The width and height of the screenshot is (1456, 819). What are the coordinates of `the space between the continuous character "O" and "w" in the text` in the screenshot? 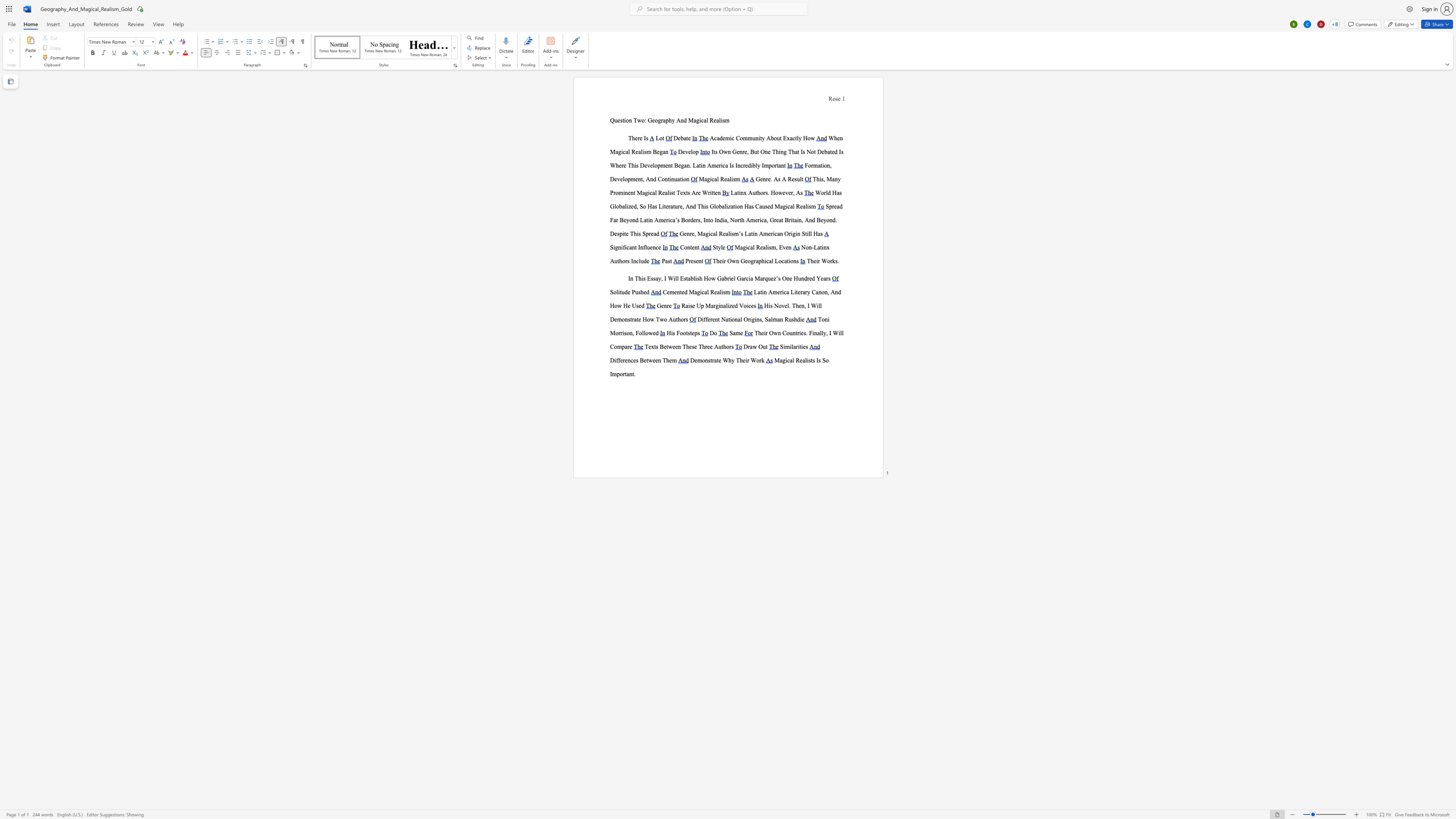 It's located at (731, 260).